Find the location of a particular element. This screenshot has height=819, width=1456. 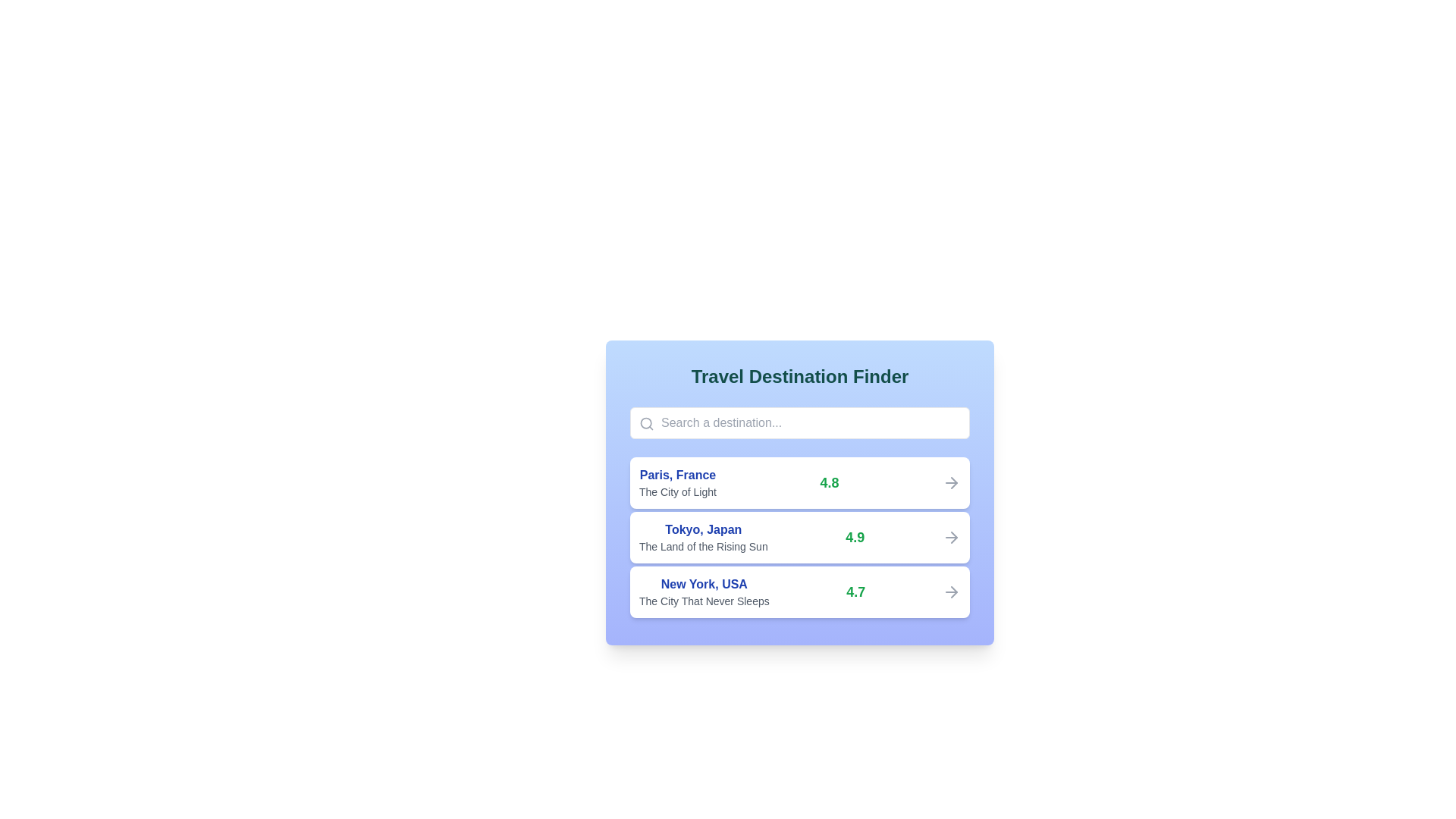

the label providing a description or tagline for the travel destination 'Paris, France', located beneath the 'Paris, France' text is located at coordinates (676, 491).